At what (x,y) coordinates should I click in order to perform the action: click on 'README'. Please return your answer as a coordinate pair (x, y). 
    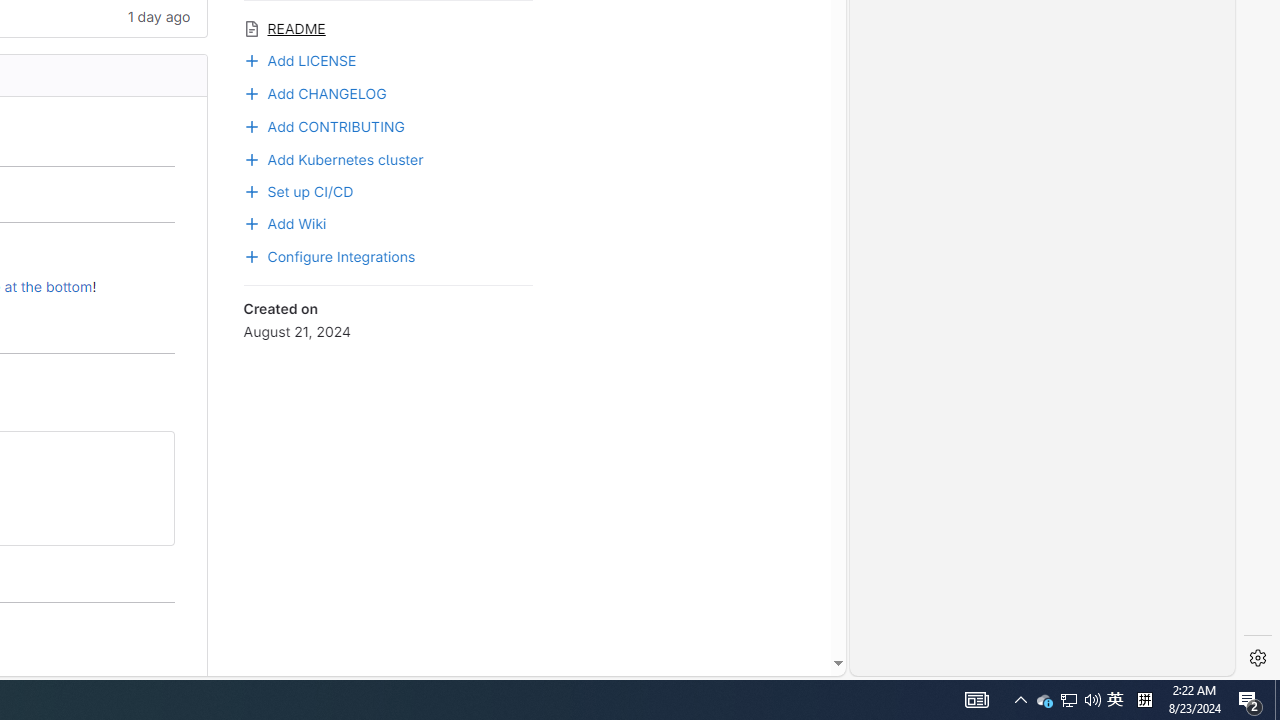
    Looking at the image, I should click on (387, 27).